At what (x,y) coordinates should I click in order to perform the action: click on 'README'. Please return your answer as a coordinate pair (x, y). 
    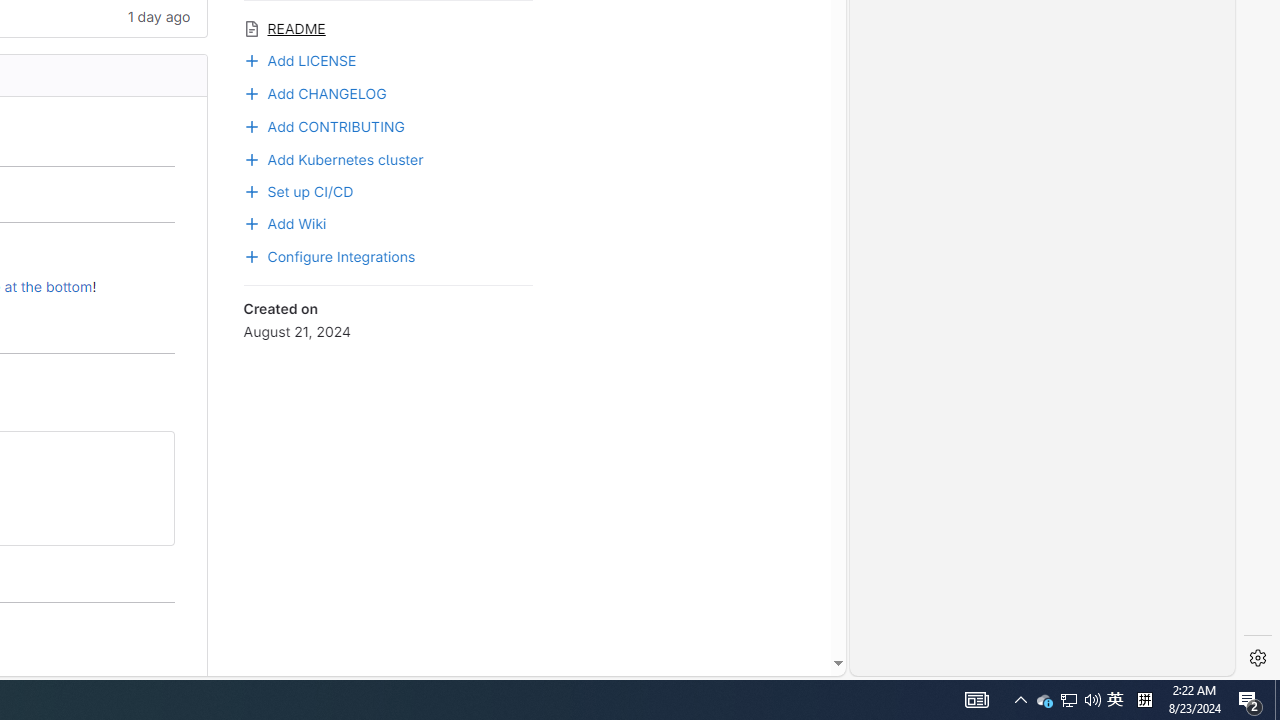
    Looking at the image, I should click on (387, 27).